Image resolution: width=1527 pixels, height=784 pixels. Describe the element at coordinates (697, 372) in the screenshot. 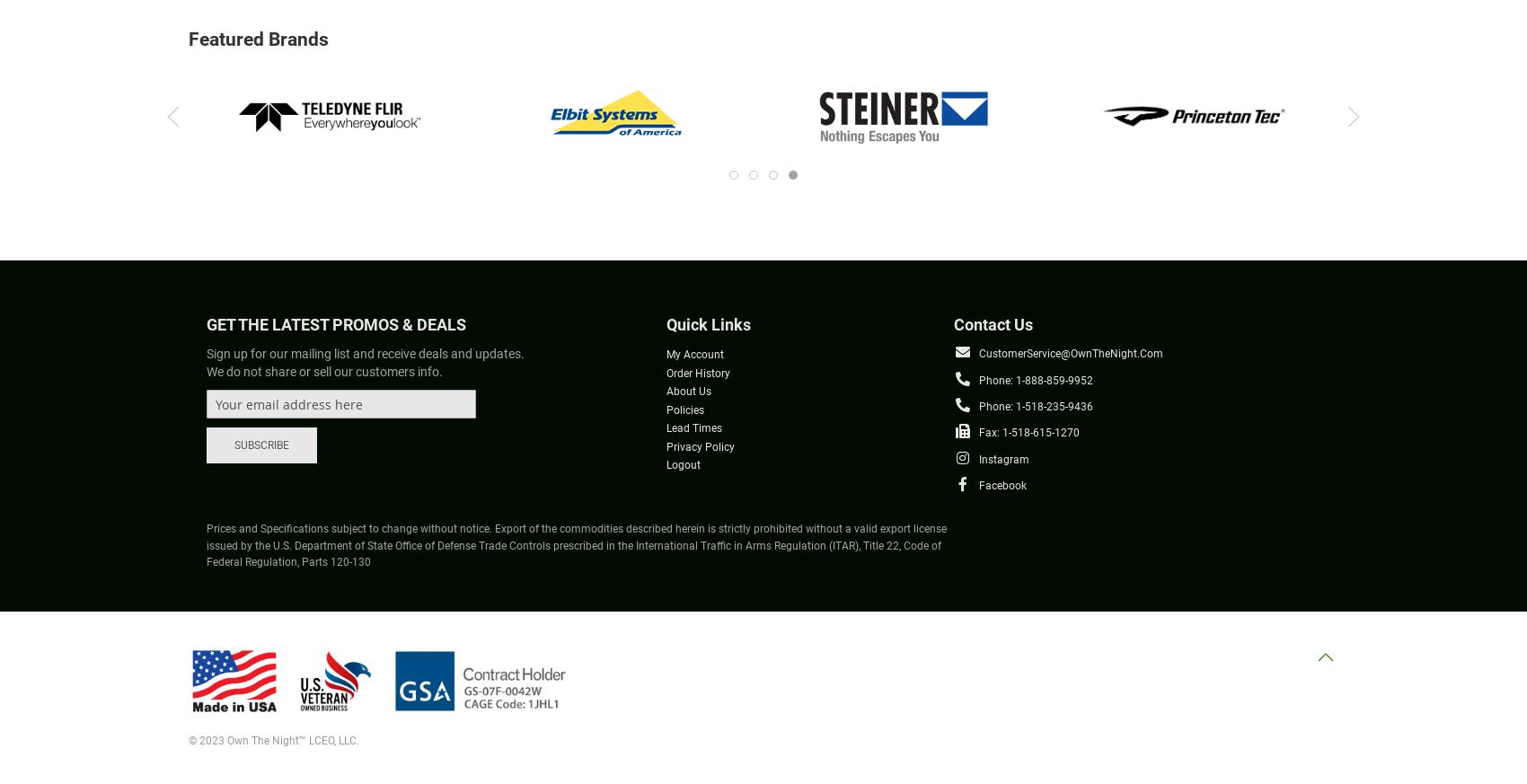

I see `'Order History'` at that location.